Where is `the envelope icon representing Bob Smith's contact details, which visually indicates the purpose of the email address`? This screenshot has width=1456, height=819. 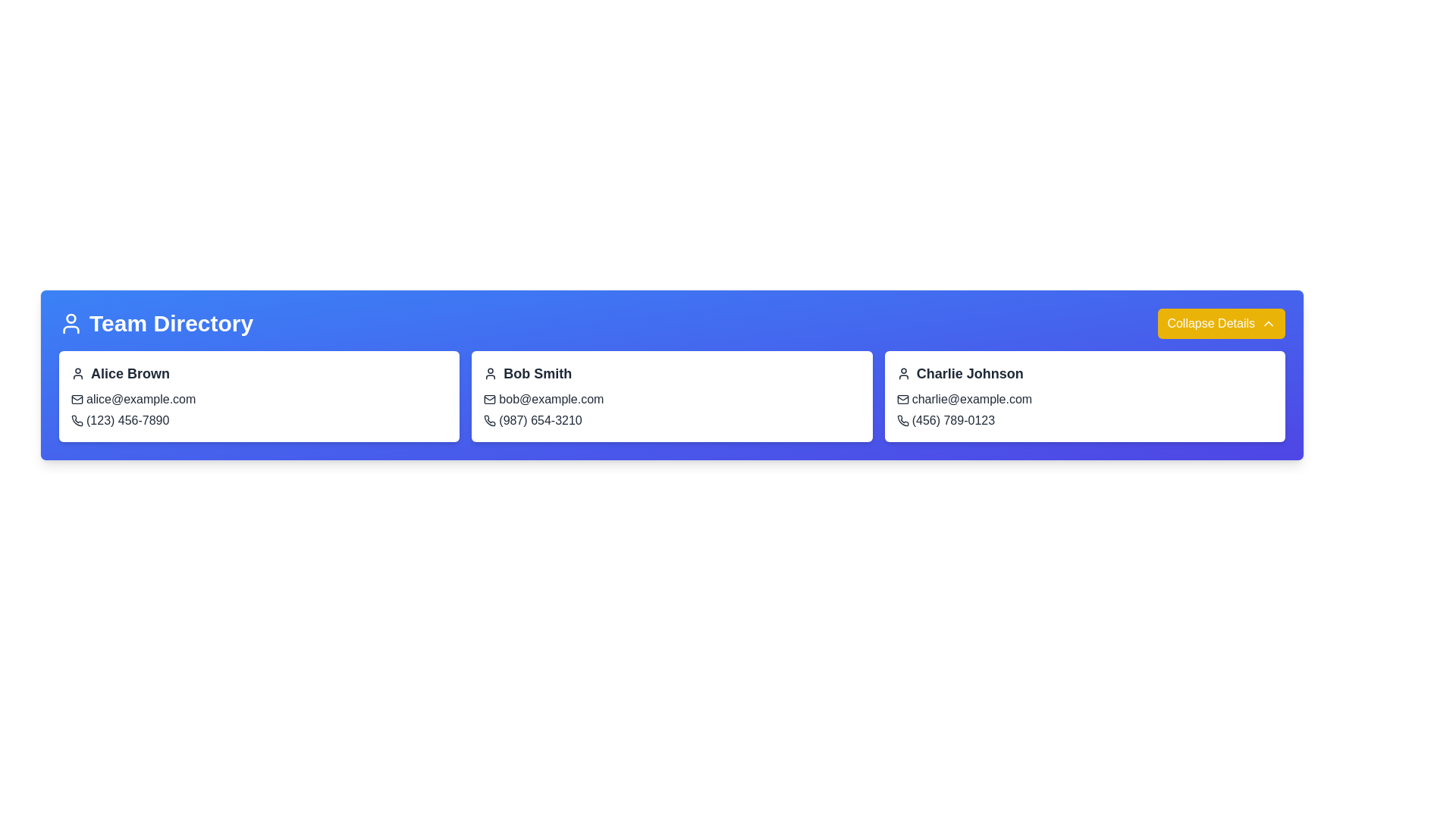 the envelope icon representing Bob Smith's contact details, which visually indicates the purpose of the email address is located at coordinates (490, 399).